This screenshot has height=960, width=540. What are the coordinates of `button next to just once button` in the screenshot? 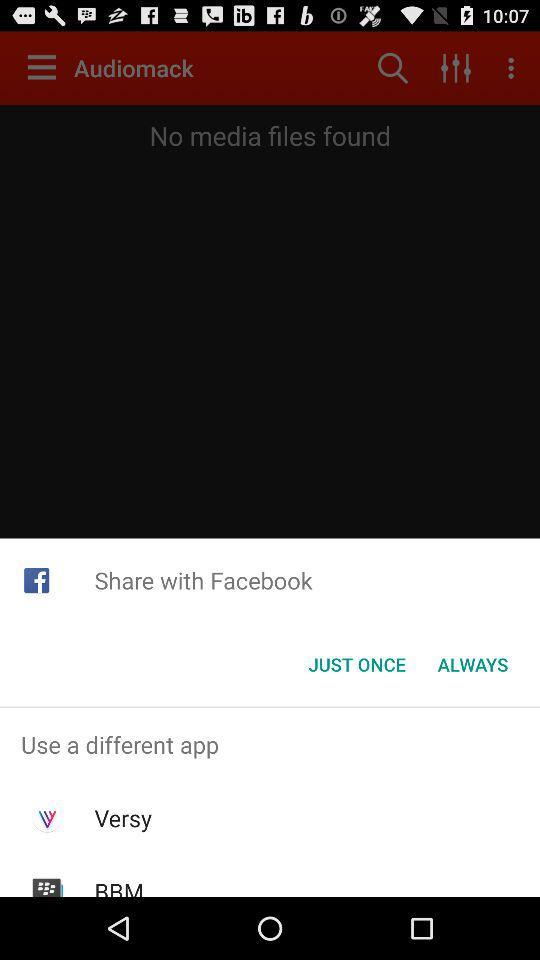 It's located at (472, 664).